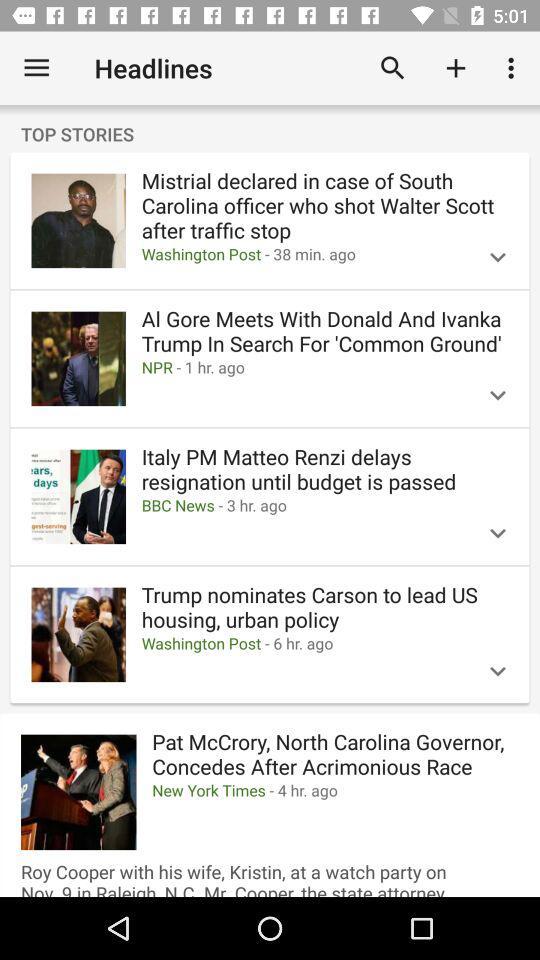 Image resolution: width=540 pixels, height=960 pixels. Describe the element at coordinates (496, 671) in the screenshot. I see `the expand_more icon` at that location.